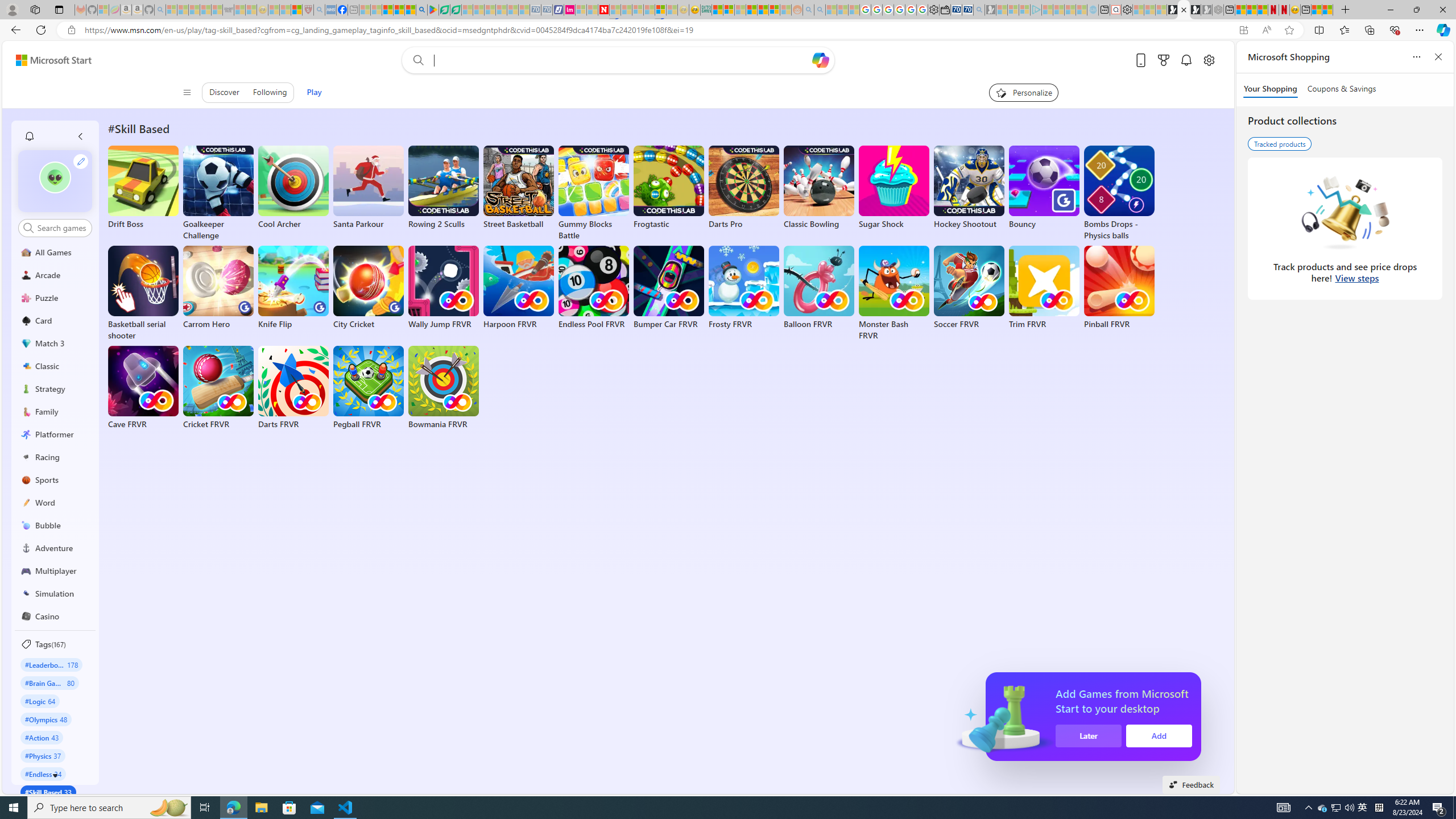 The image size is (1456, 819). I want to click on 'Frosty FRVR', so click(744, 287).